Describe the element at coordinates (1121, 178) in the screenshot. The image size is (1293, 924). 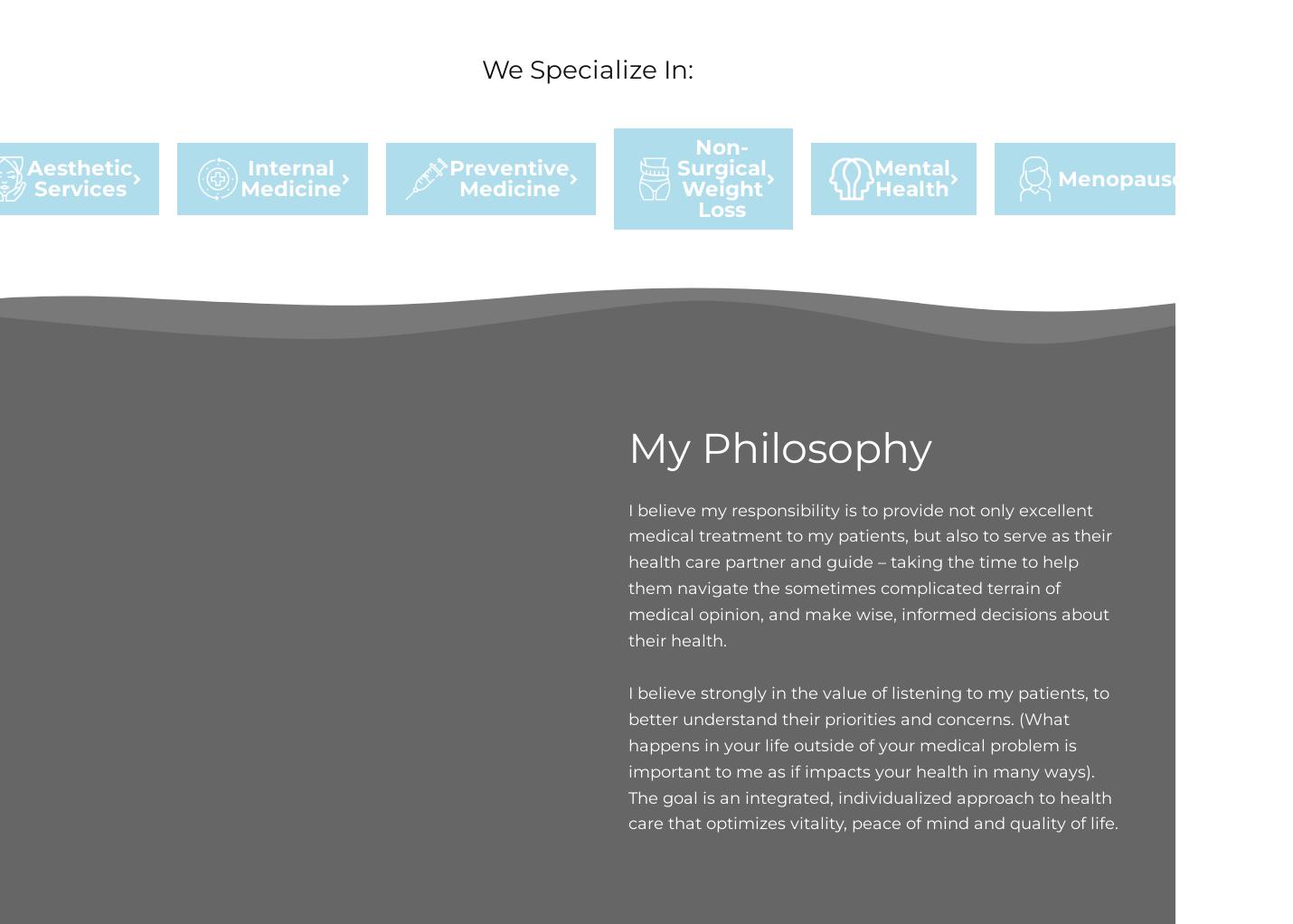
I see `'menopause'` at that location.